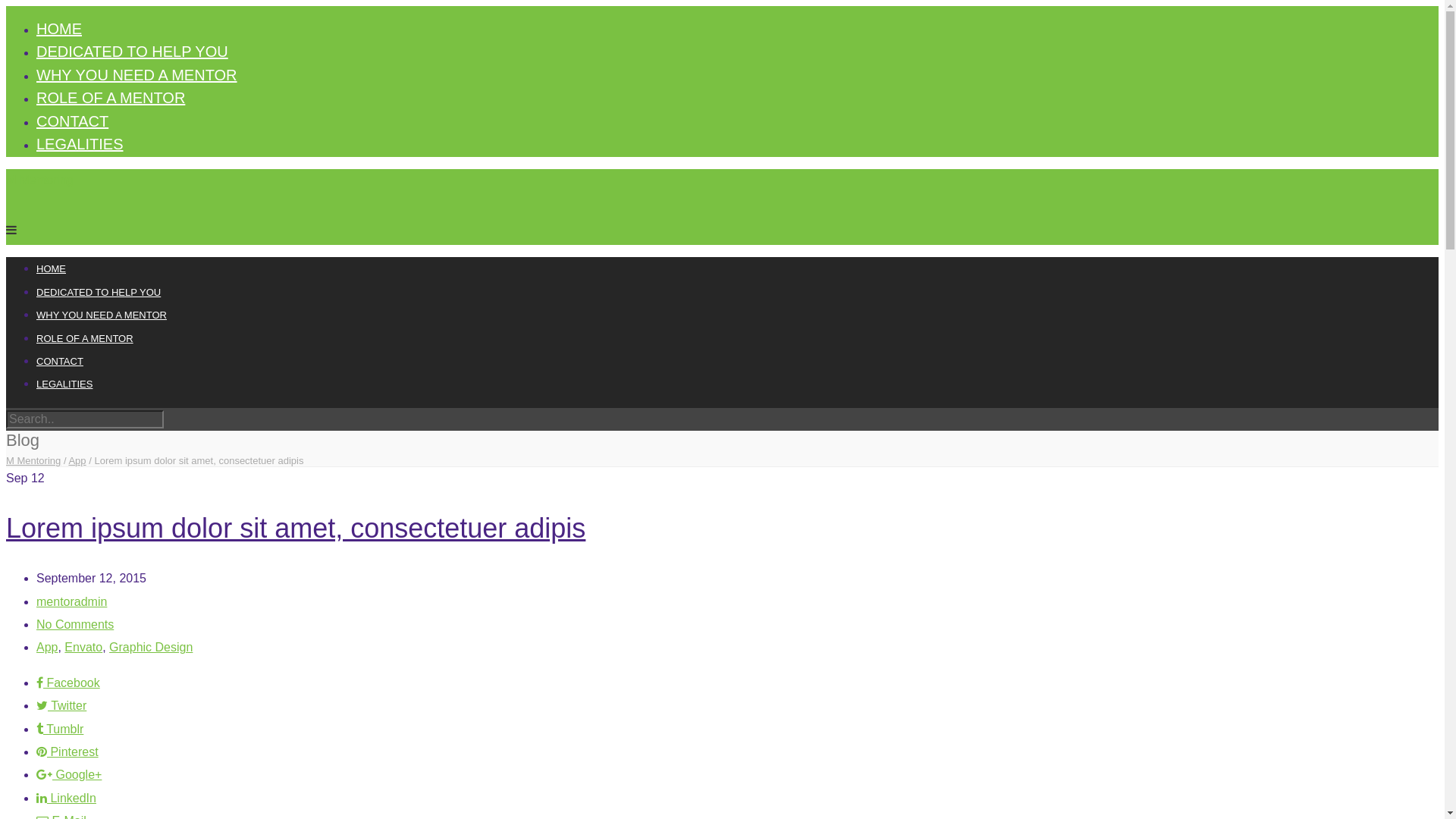 The width and height of the screenshot is (1456, 819). What do you see at coordinates (74, 624) in the screenshot?
I see `'No Comments'` at bounding box center [74, 624].